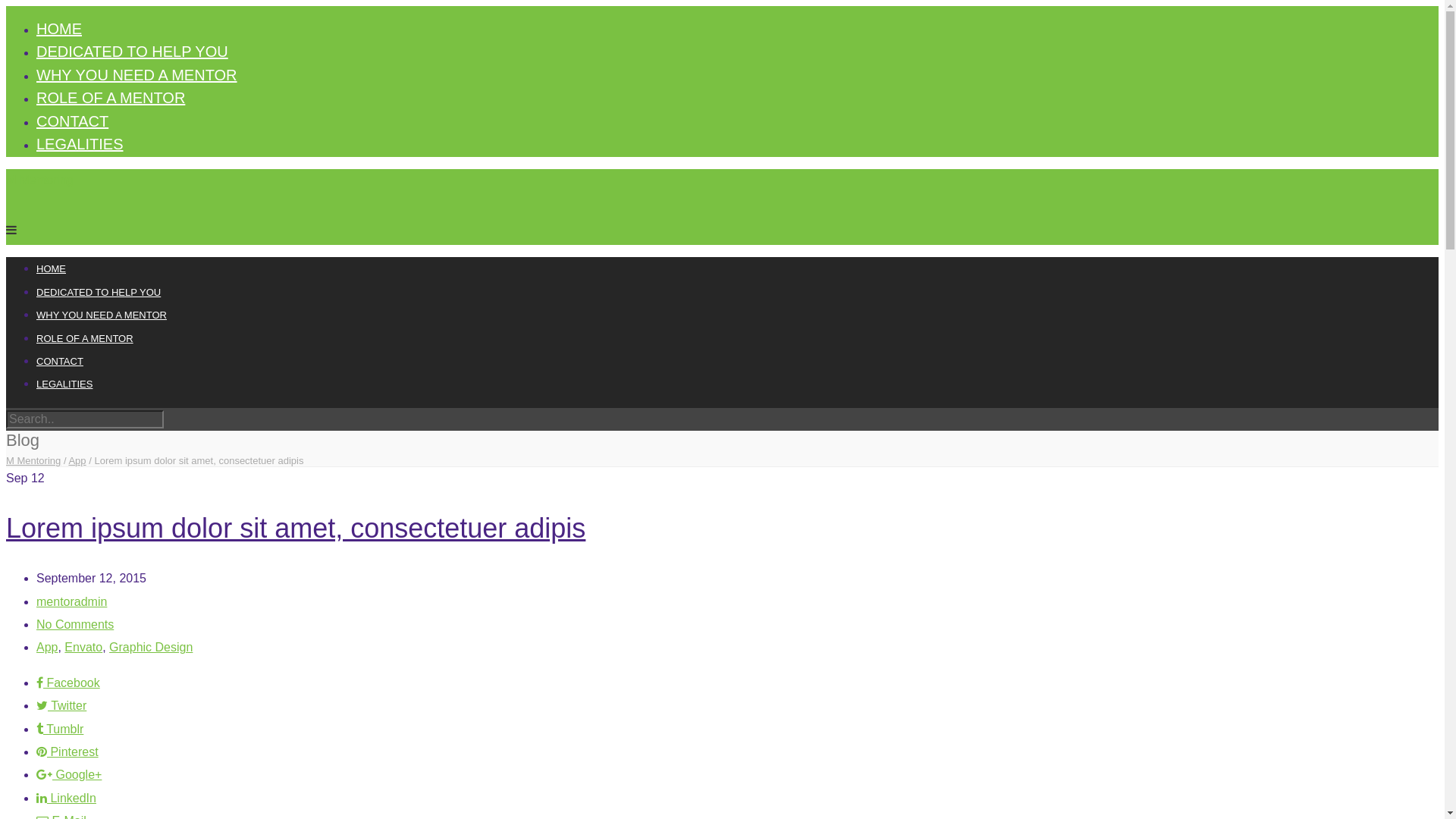 The width and height of the screenshot is (1456, 819). What do you see at coordinates (74, 624) in the screenshot?
I see `'No Comments'` at bounding box center [74, 624].